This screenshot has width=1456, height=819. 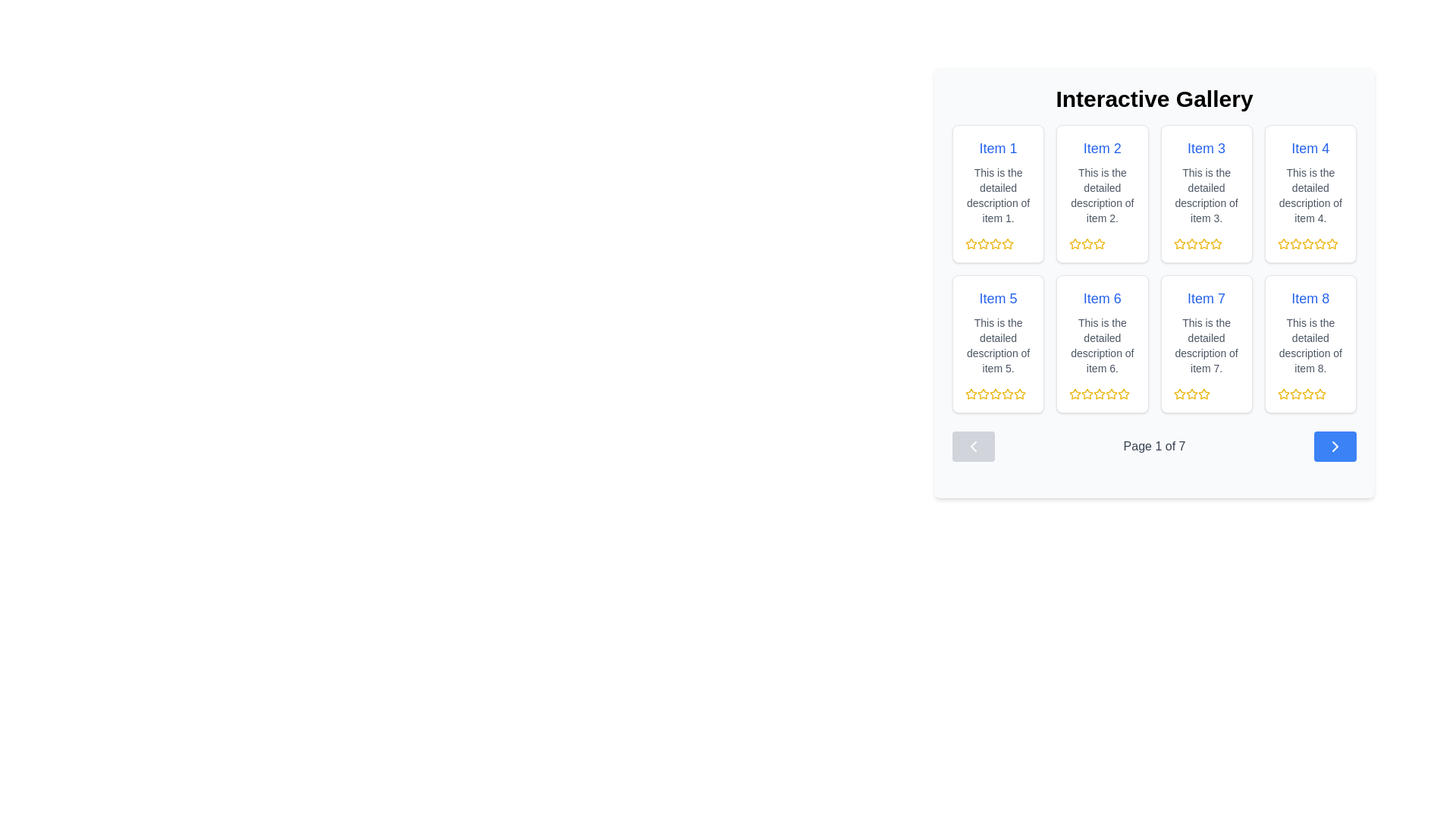 What do you see at coordinates (1102, 298) in the screenshot?
I see `the 'Item 6' label, which is a prominent blue text in bold font located in the third column of the second row in a grid layout of cards` at bounding box center [1102, 298].